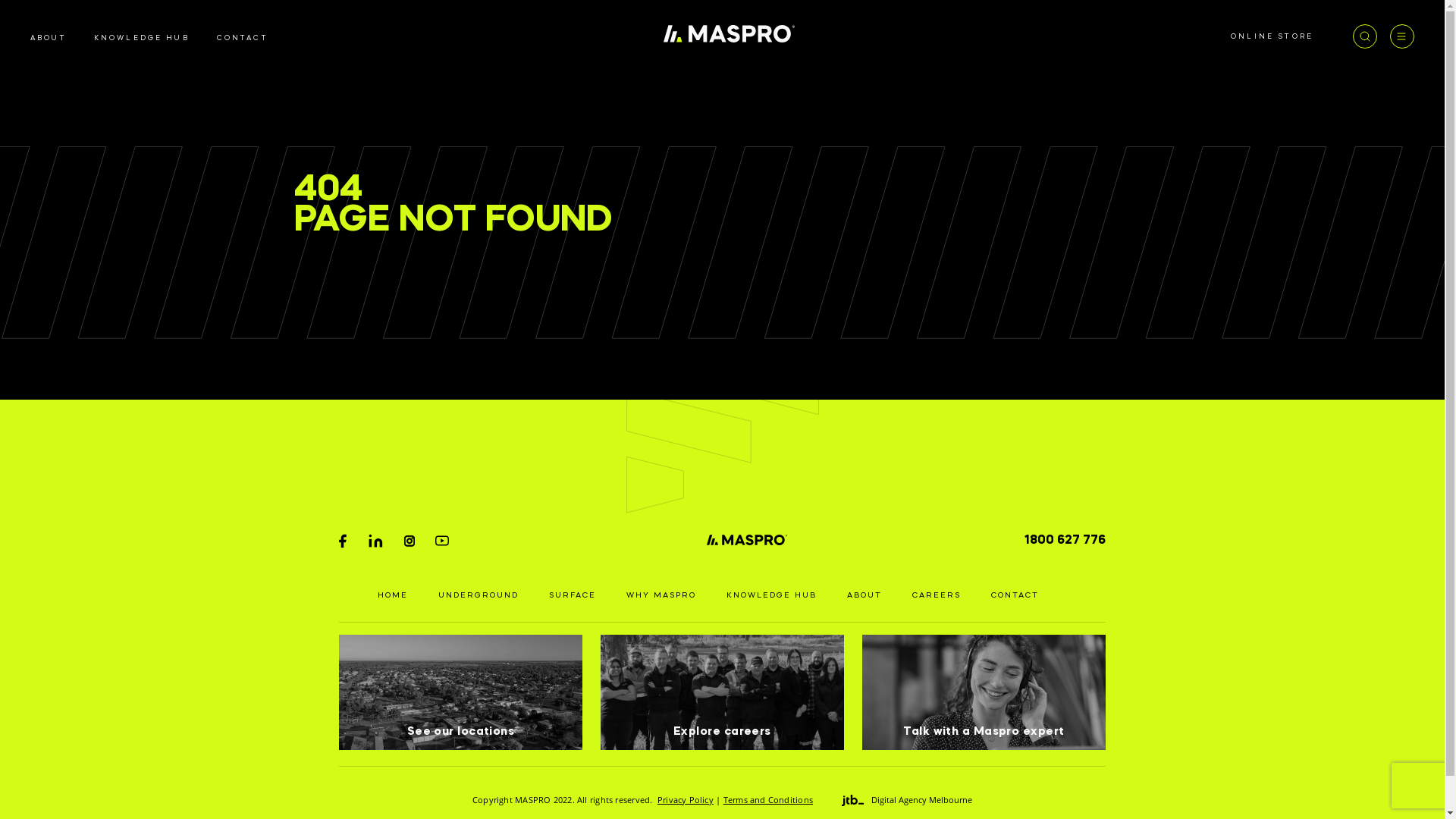 The height and width of the screenshot is (819, 1456). I want to click on 'Digital Agency Melbourne', so click(906, 799).